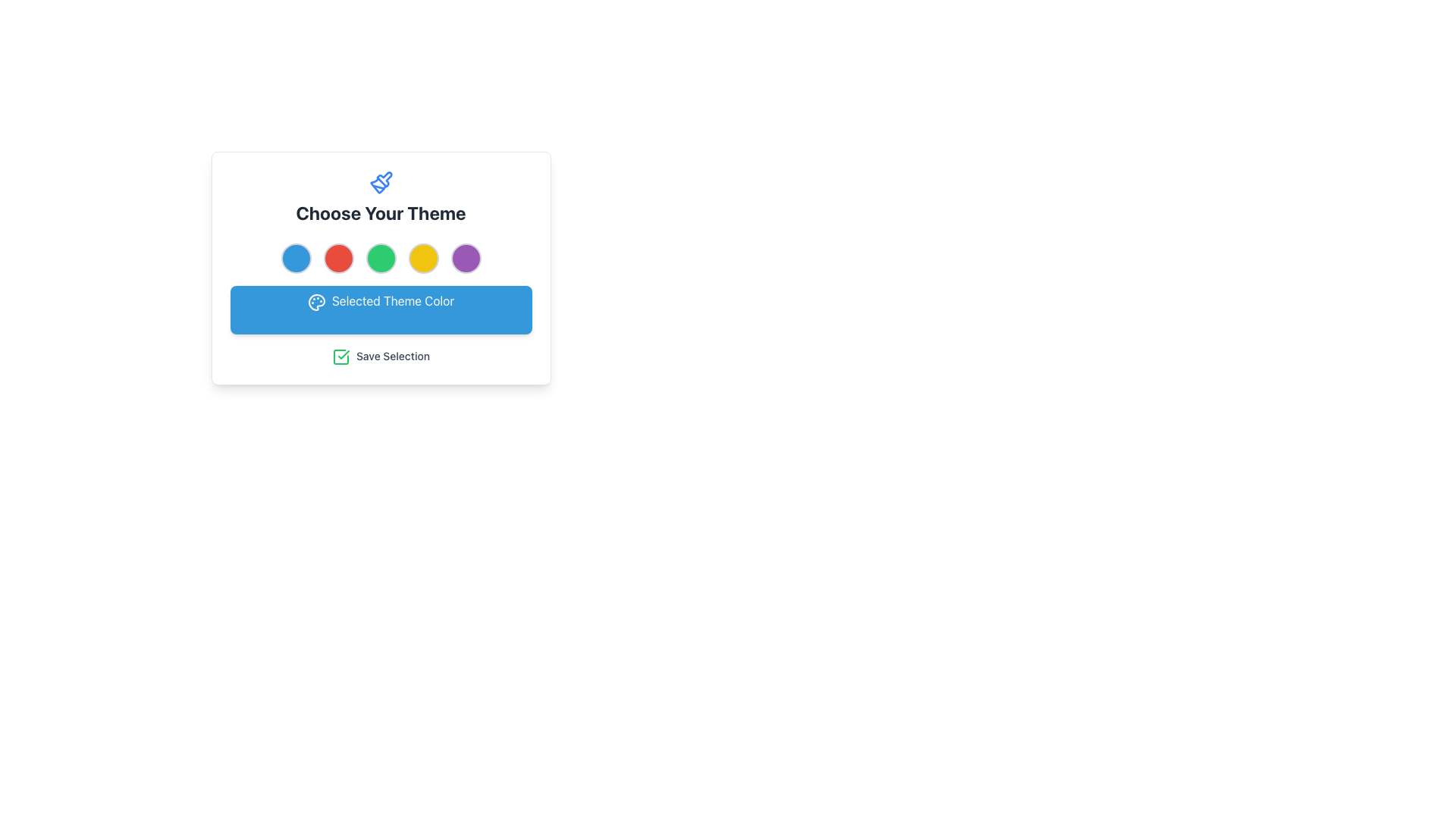 This screenshot has height=819, width=1456. What do you see at coordinates (337, 257) in the screenshot?
I see `the vibrant red circular button with a grey border, positioned second from the left in a row of five buttons` at bounding box center [337, 257].